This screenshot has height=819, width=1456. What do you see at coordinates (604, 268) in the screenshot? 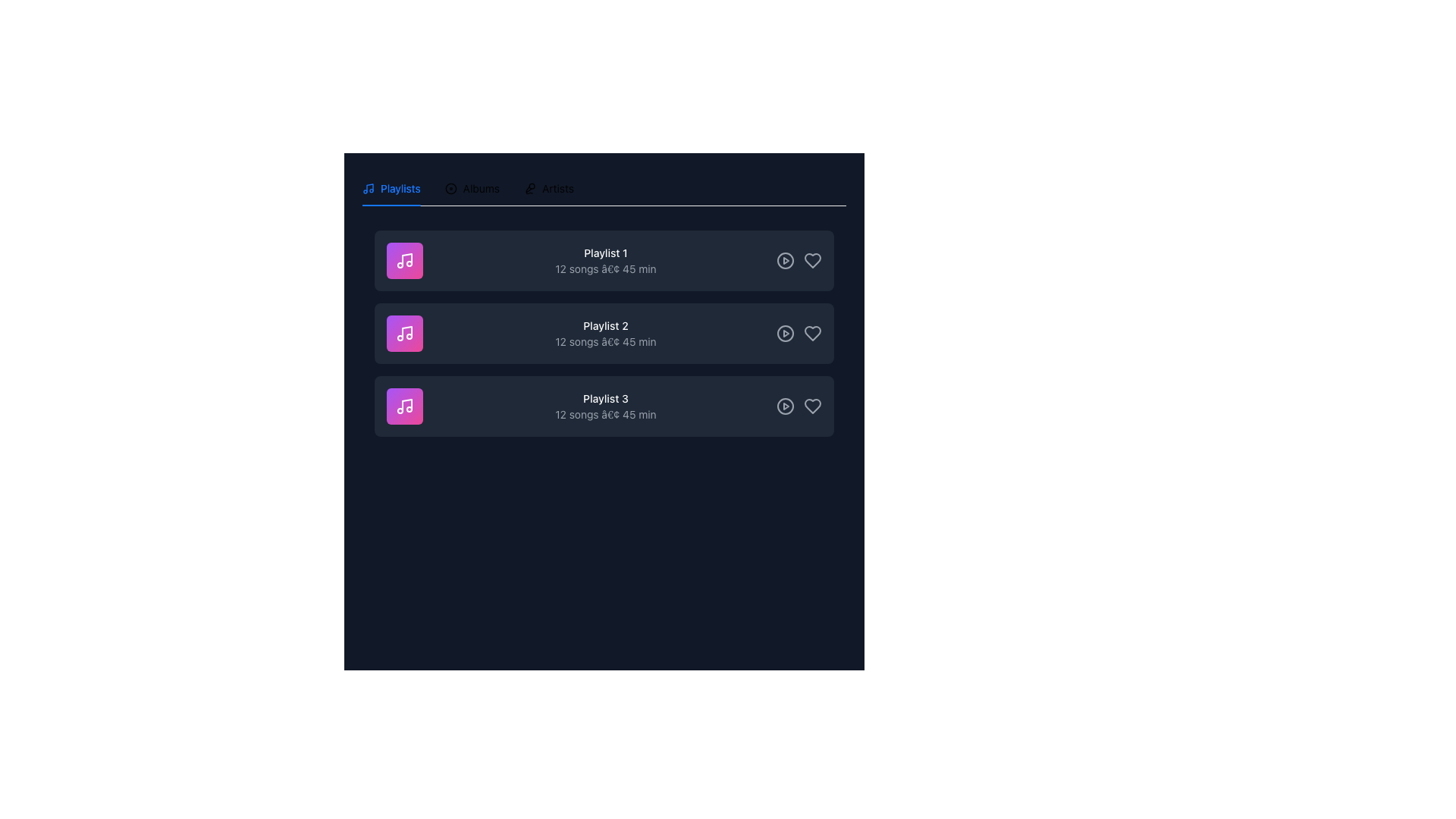
I see `the text label displaying '12 songs • 45 min', which is positioned below the 'Playlist 1' title, to provide supplementary information about the playlist` at bounding box center [604, 268].